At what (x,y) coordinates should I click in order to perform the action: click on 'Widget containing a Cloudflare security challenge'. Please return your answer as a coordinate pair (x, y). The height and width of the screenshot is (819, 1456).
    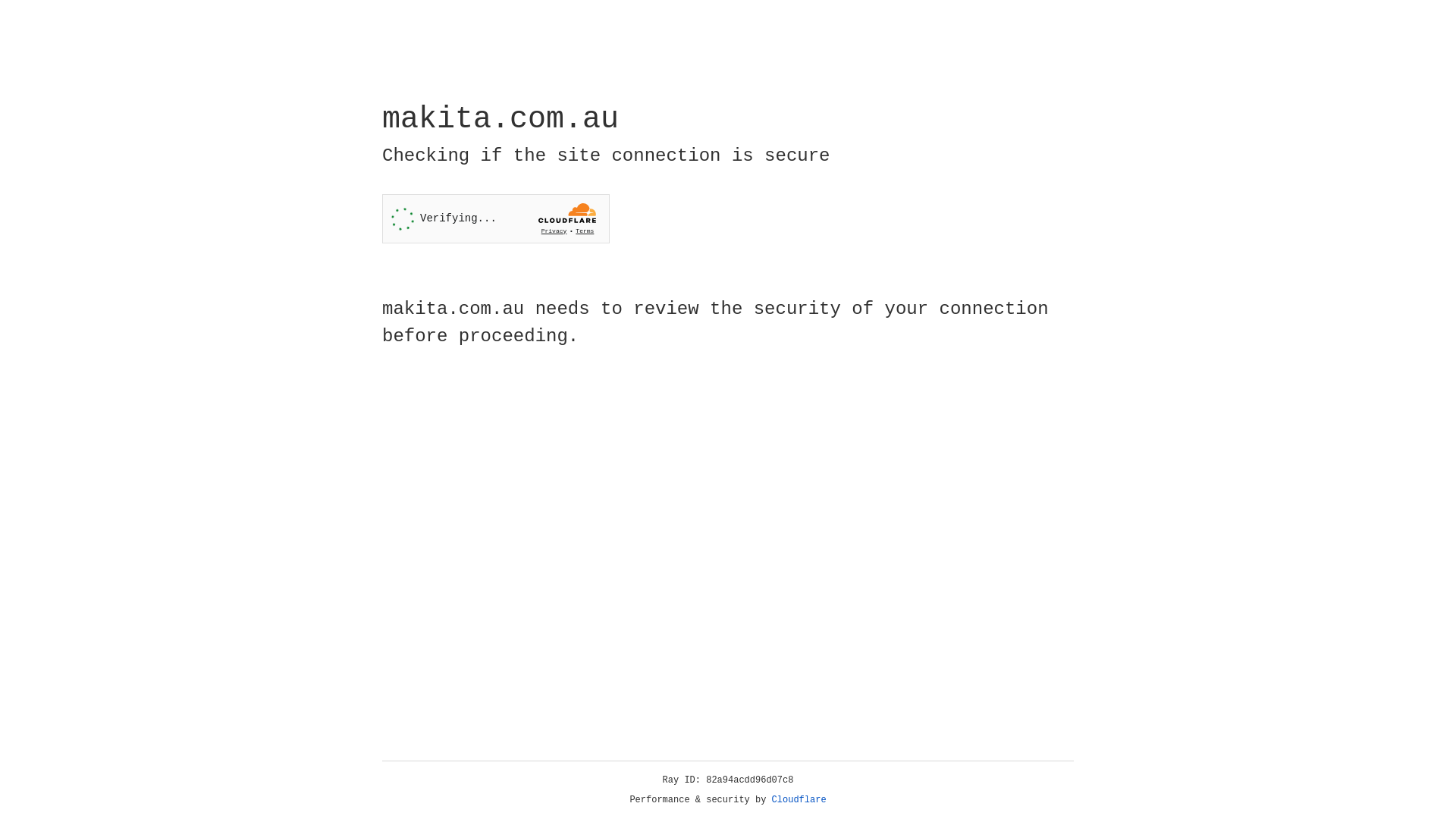
    Looking at the image, I should click on (495, 218).